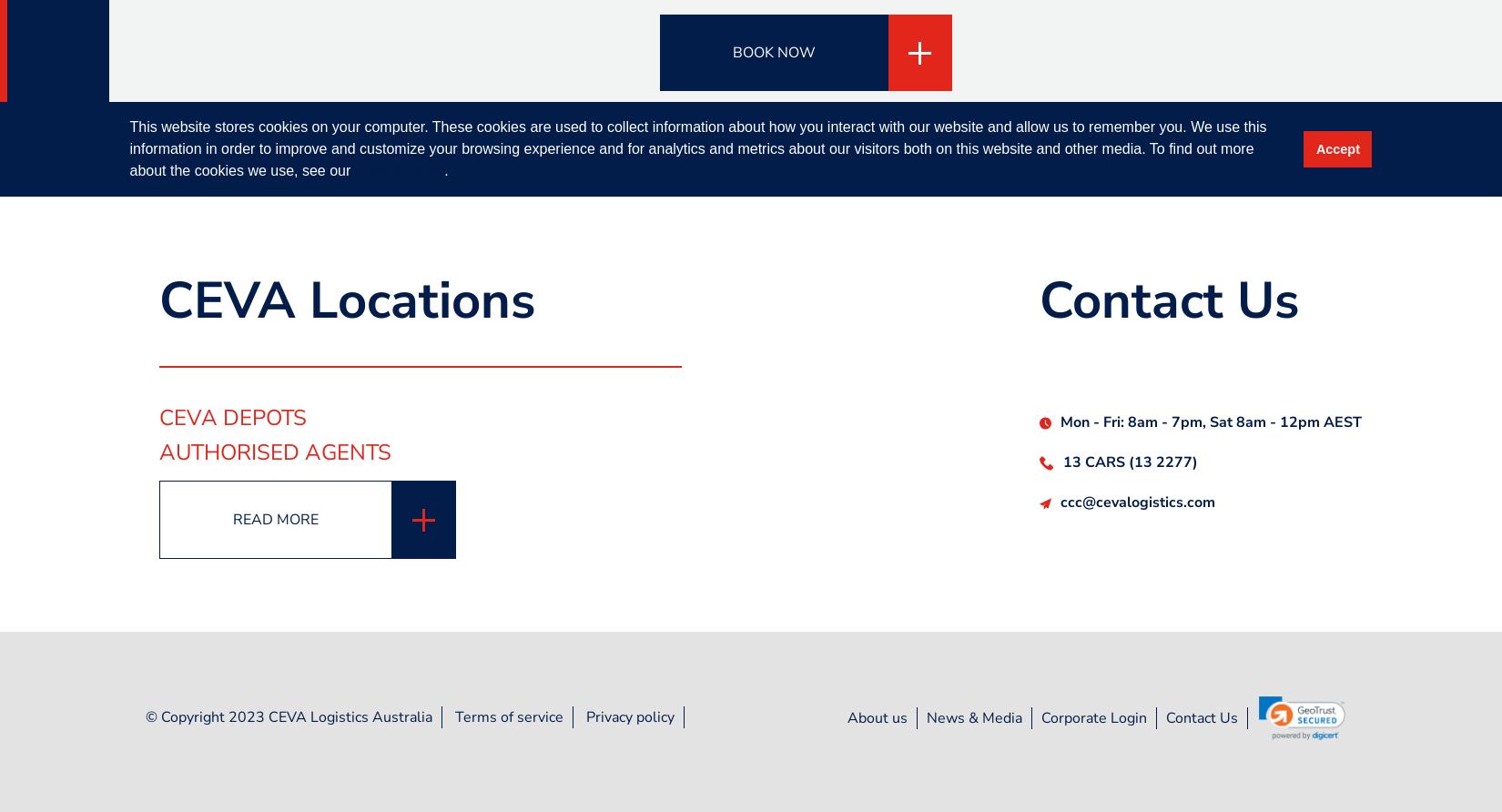  I want to click on 'Book now', so click(773, 52).